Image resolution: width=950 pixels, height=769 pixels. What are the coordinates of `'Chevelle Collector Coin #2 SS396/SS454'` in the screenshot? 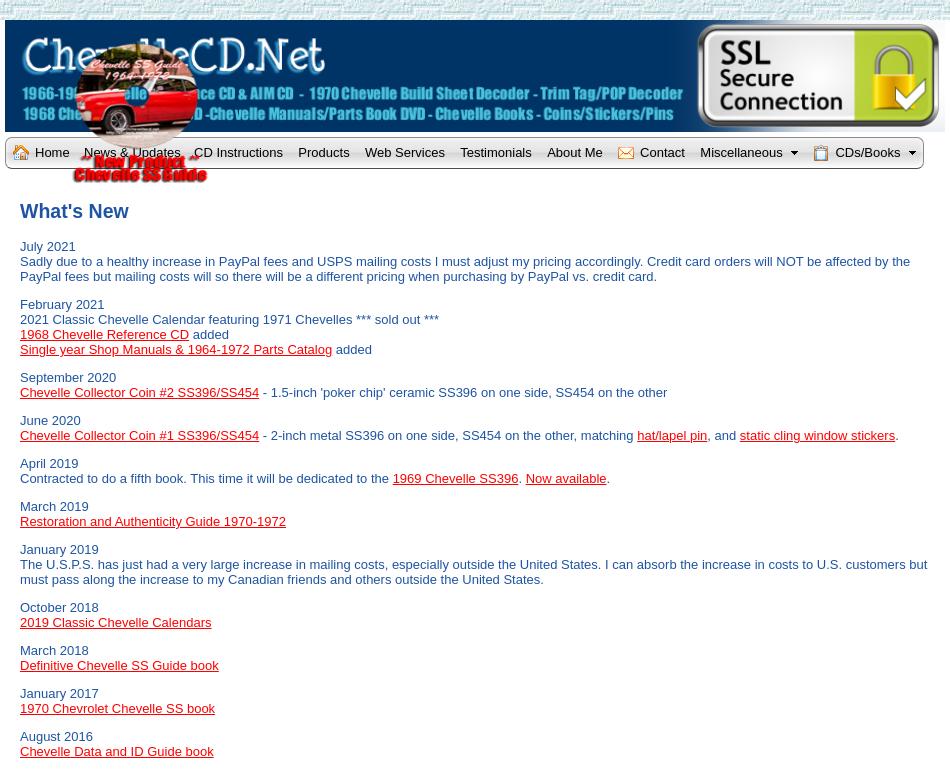 It's located at (139, 392).